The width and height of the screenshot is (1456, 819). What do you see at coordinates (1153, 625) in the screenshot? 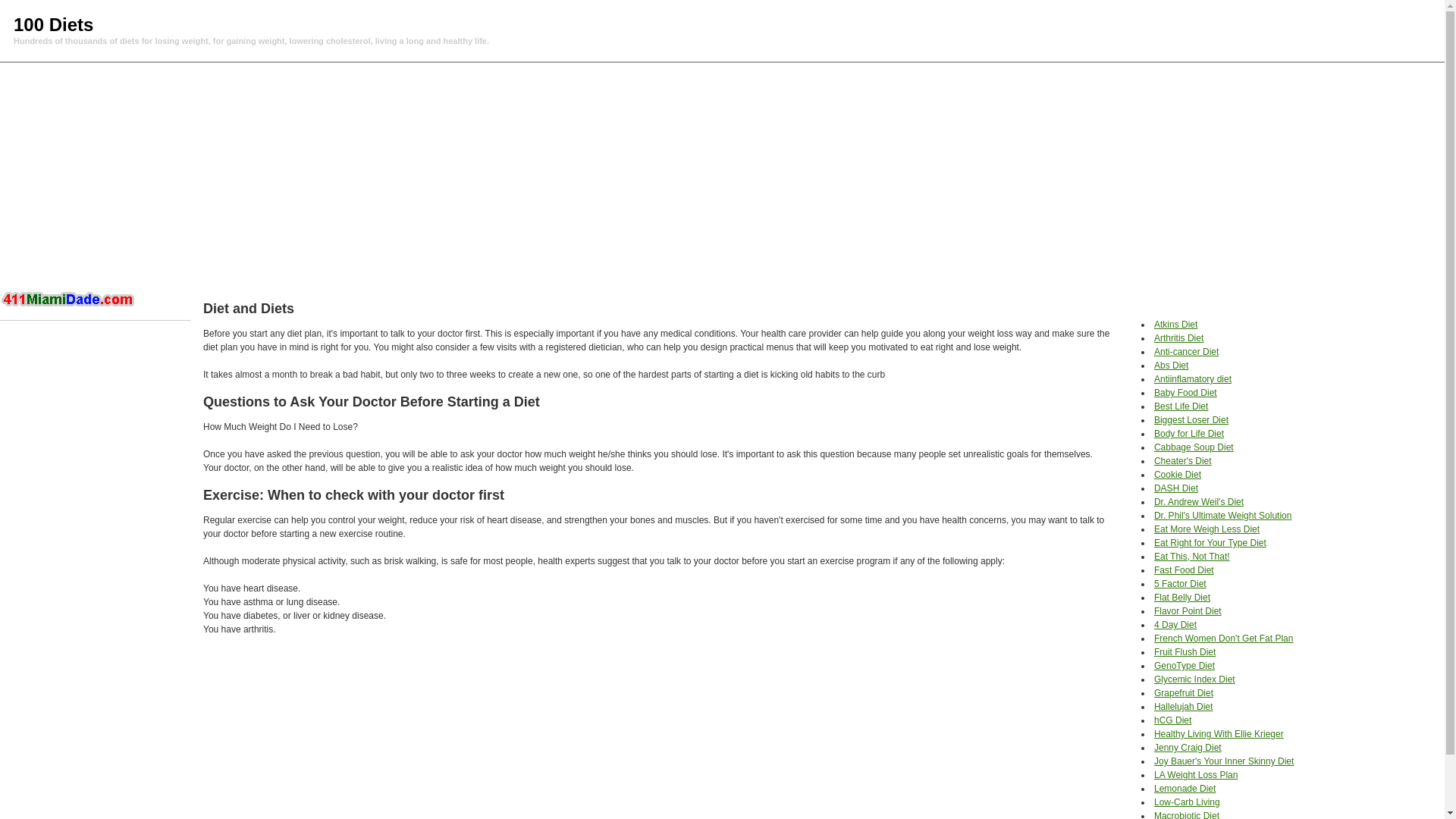
I see `'4 Day Diet'` at bounding box center [1153, 625].